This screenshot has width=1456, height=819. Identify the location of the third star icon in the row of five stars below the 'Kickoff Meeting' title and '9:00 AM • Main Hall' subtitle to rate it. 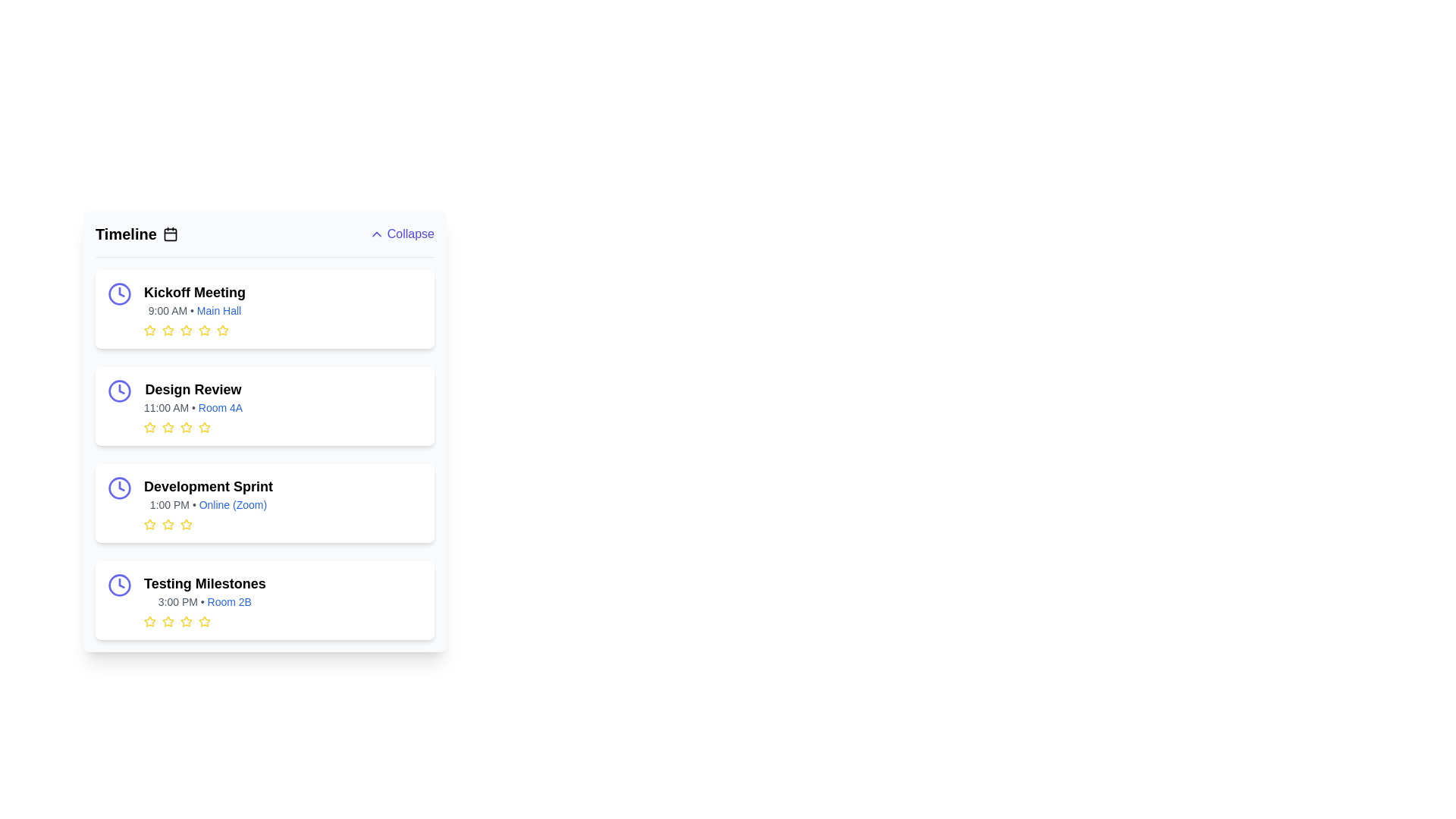
(194, 329).